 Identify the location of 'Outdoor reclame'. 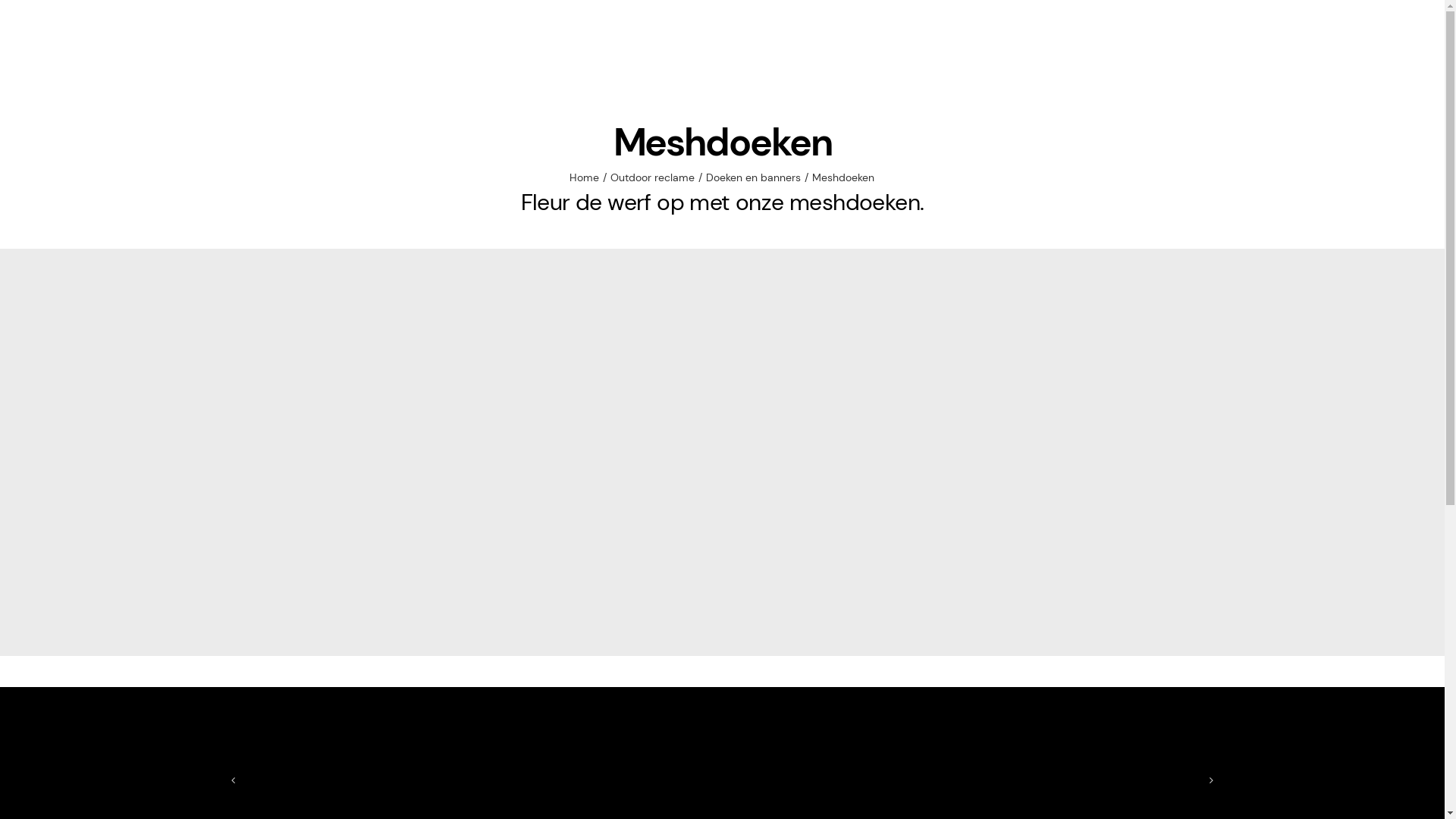
(652, 177).